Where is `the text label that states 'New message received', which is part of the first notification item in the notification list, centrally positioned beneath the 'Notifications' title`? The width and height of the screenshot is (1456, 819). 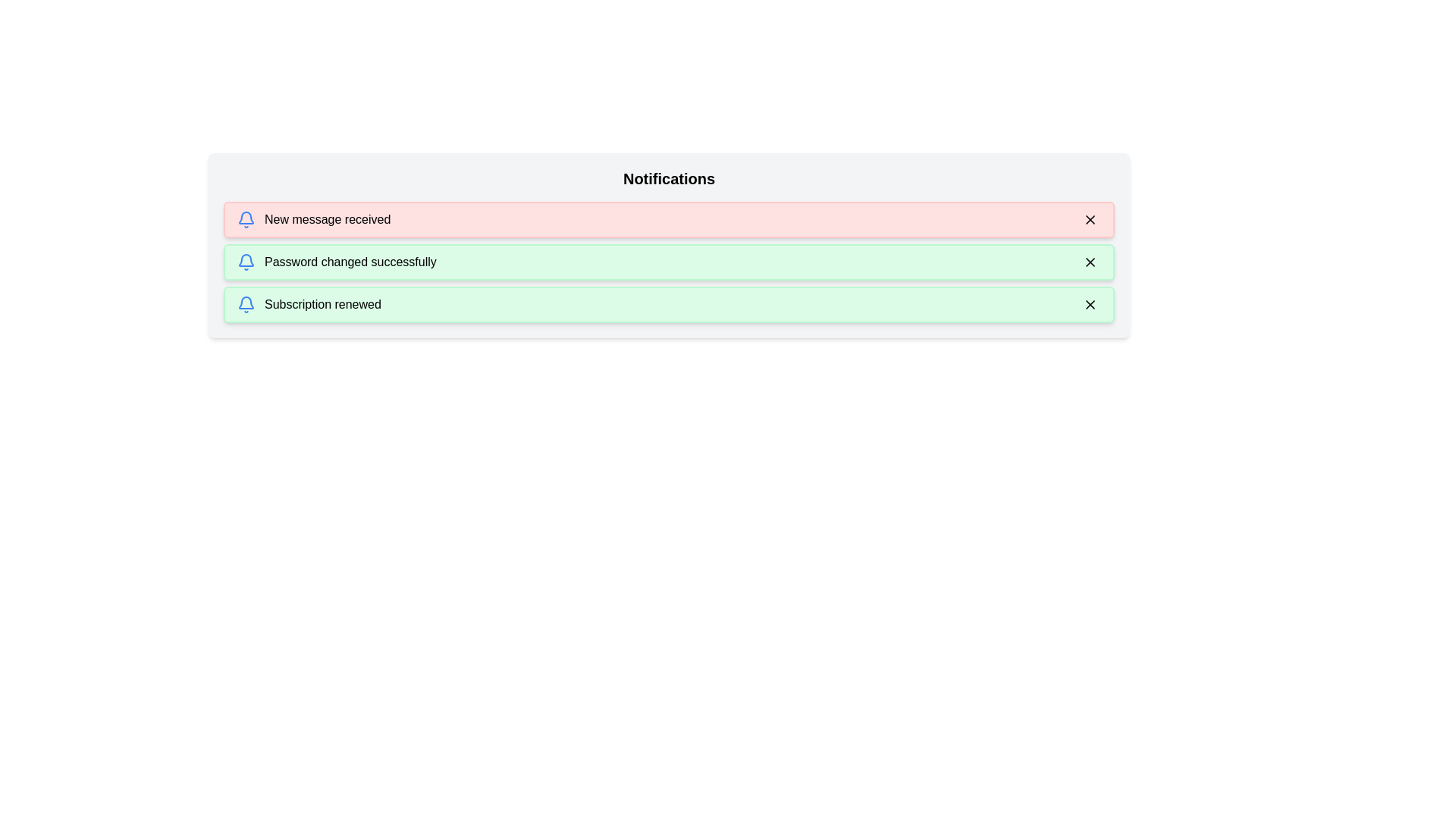
the text label that states 'New message received', which is part of the first notification item in the notification list, centrally positioned beneath the 'Notifications' title is located at coordinates (327, 219).